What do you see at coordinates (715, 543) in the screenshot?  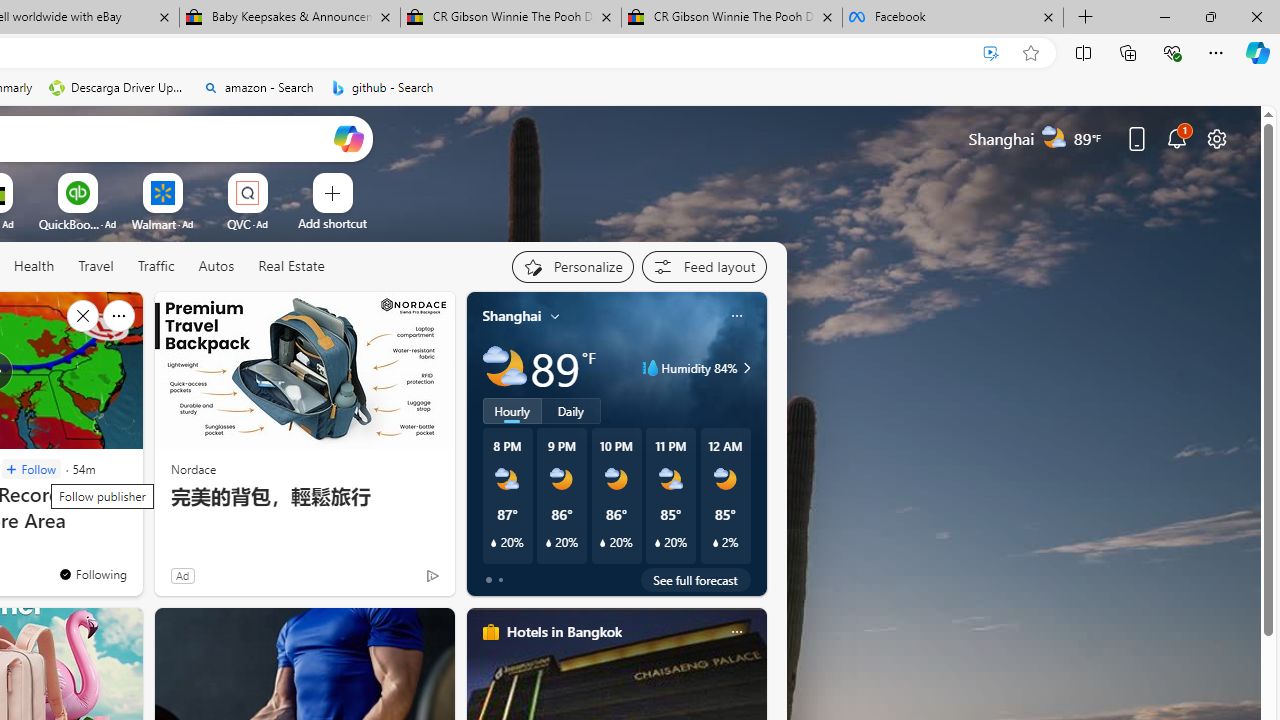 I see `'Class: weather-current-precipitation-glyph'` at bounding box center [715, 543].